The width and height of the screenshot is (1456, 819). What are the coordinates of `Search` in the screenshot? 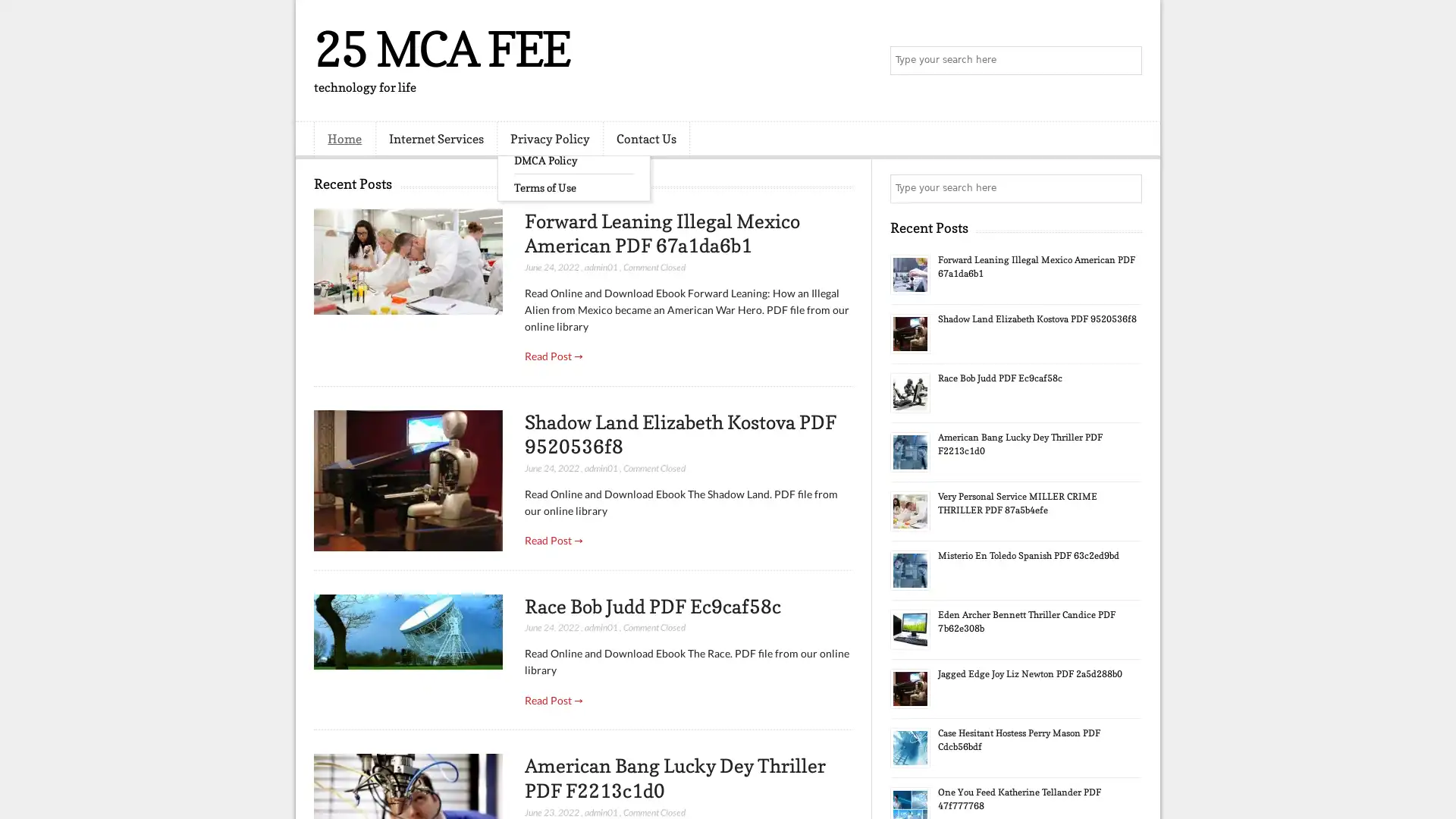 It's located at (1126, 61).